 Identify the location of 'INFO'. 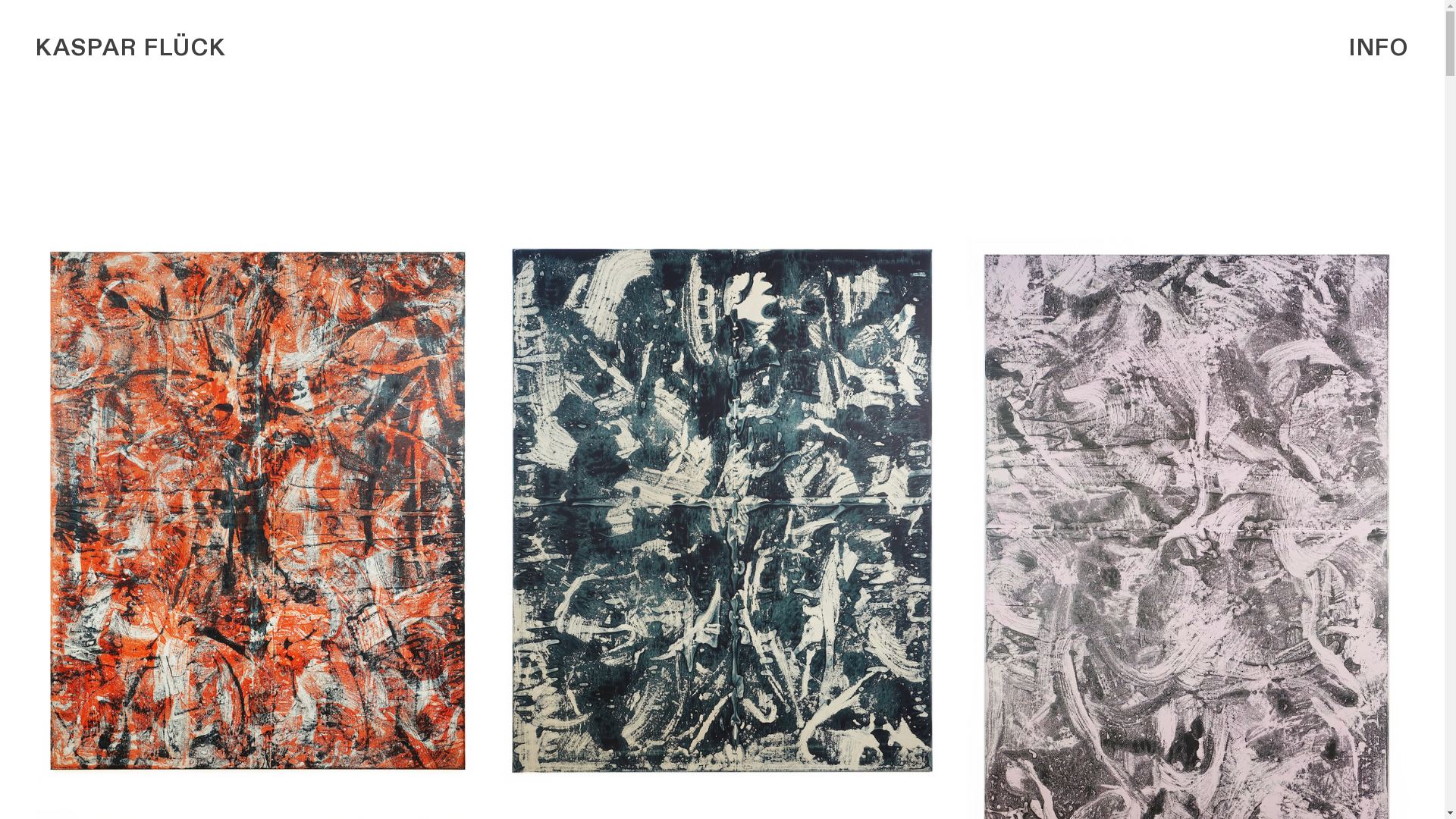
(1379, 47).